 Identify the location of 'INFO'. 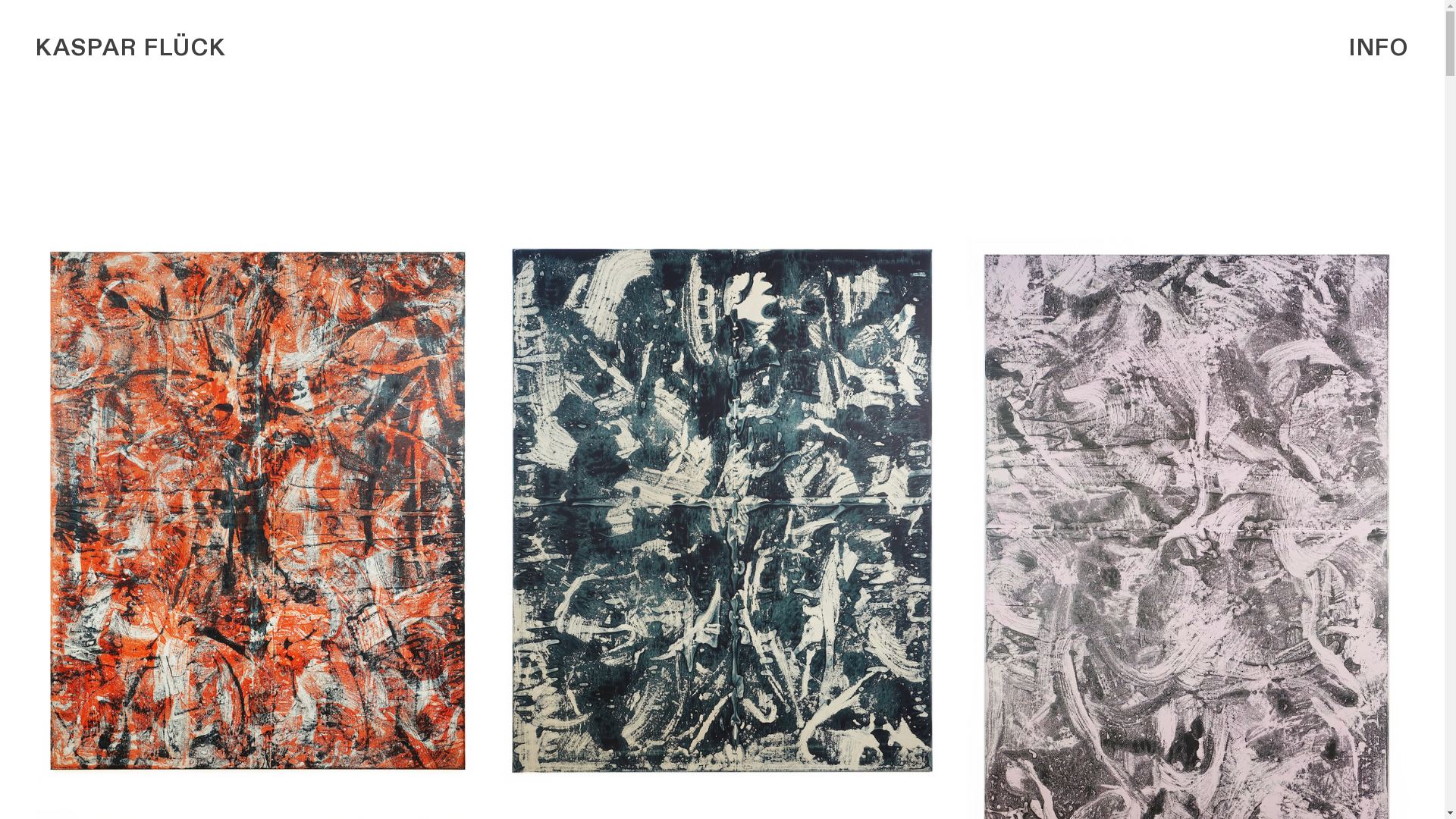
(1379, 47).